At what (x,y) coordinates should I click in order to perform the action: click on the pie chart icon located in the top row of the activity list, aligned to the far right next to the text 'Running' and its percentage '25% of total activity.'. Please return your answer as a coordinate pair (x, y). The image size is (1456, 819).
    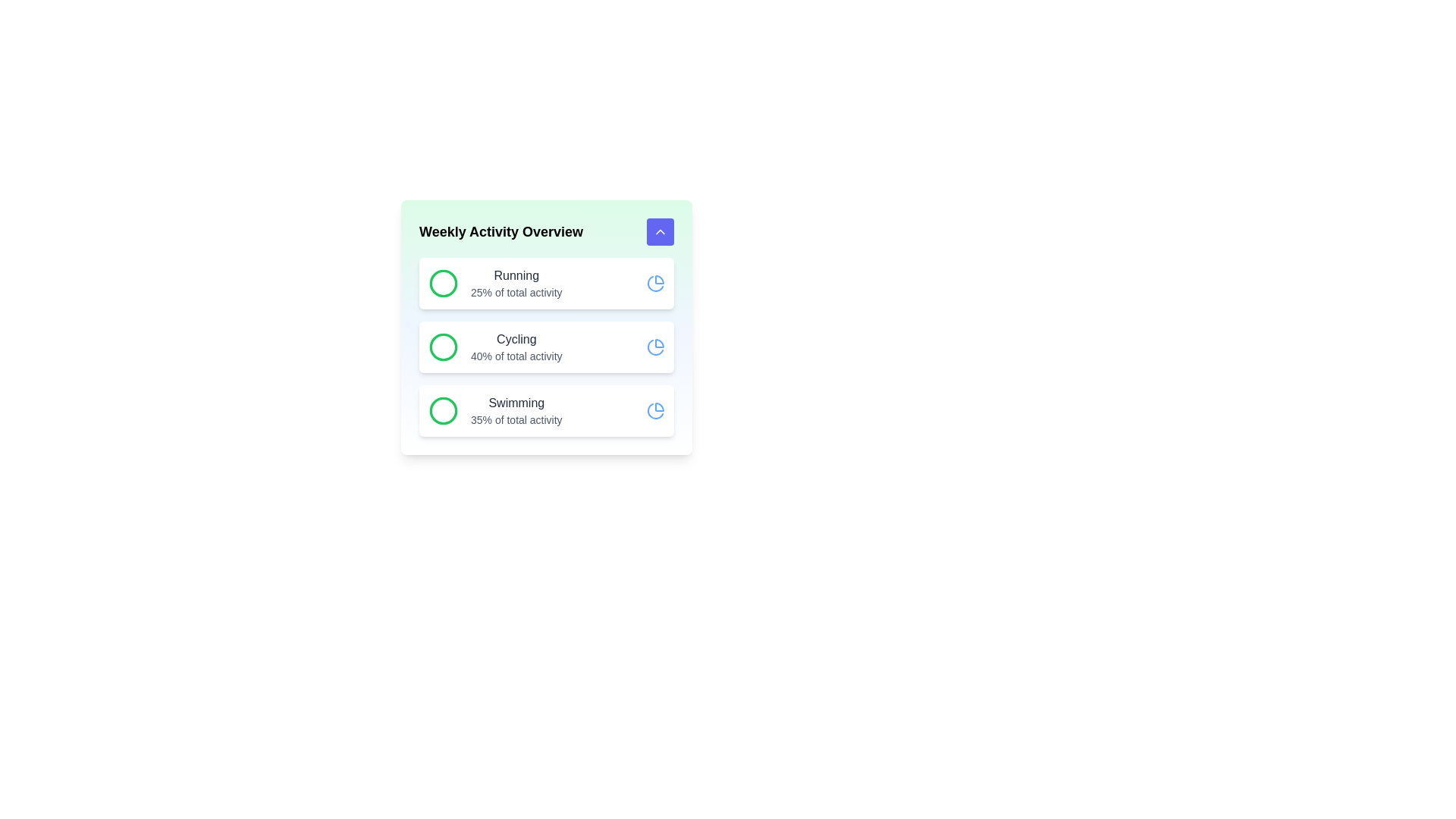
    Looking at the image, I should click on (655, 284).